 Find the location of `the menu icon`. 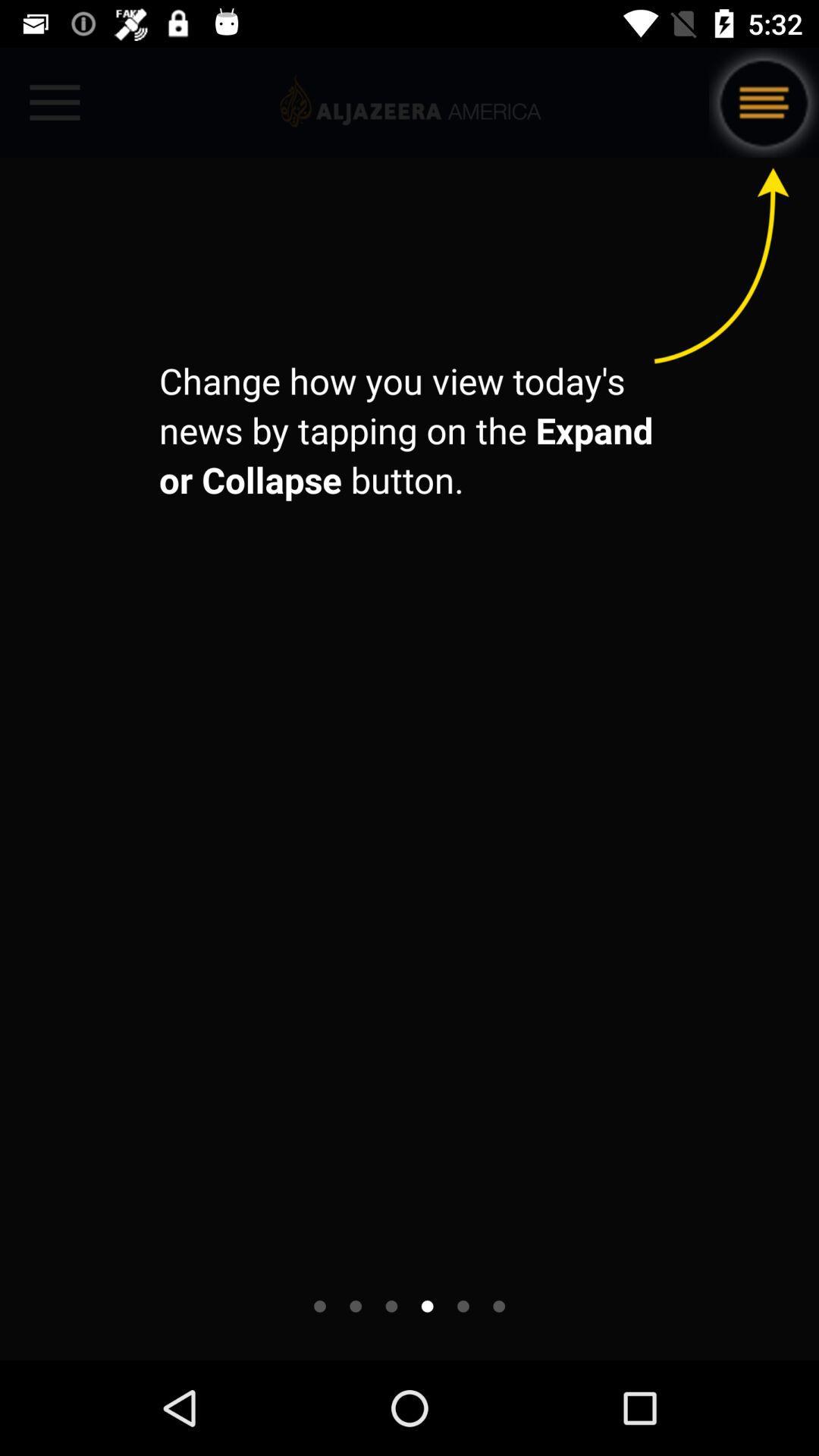

the menu icon is located at coordinates (764, 102).